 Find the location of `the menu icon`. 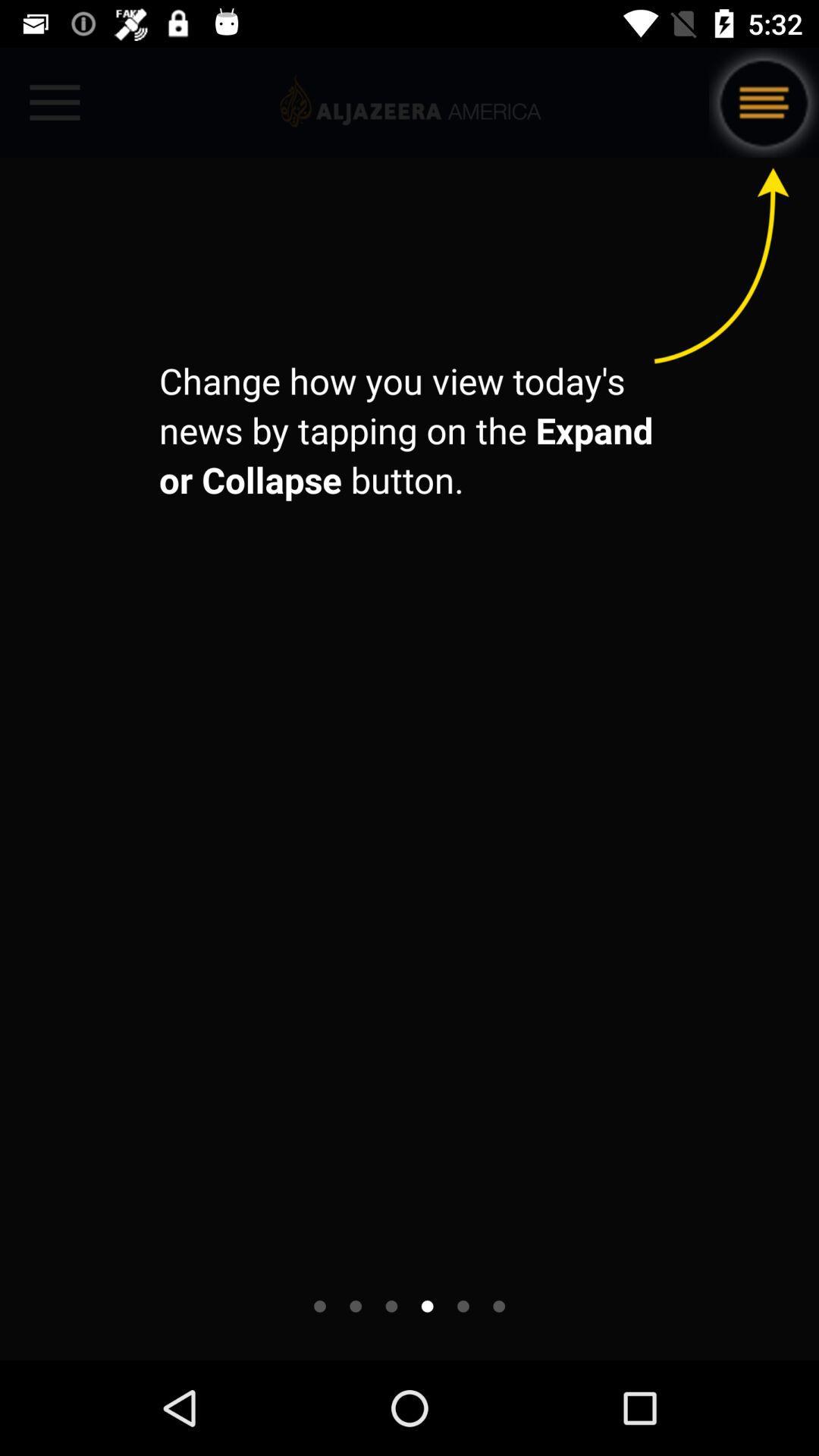

the menu icon is located at coordinates (764, 102).